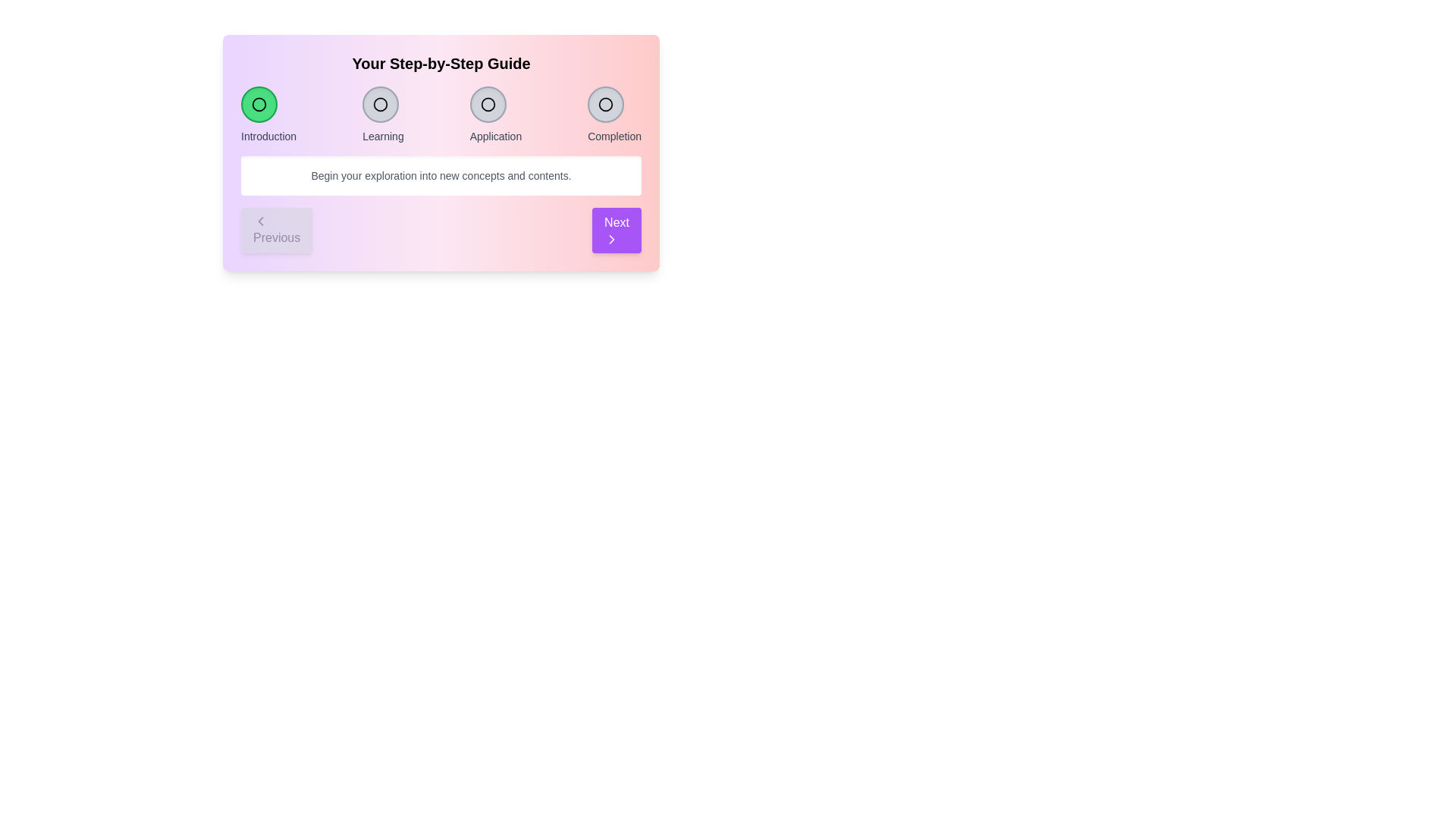 Image resolution: width=1456 pixels, height=819 pixels. Describe the element at coordinates (259, 104) in the screenshot. I see `the first circular indicator with a green background and darker green border, located above the label 'Introduction'` at that location.